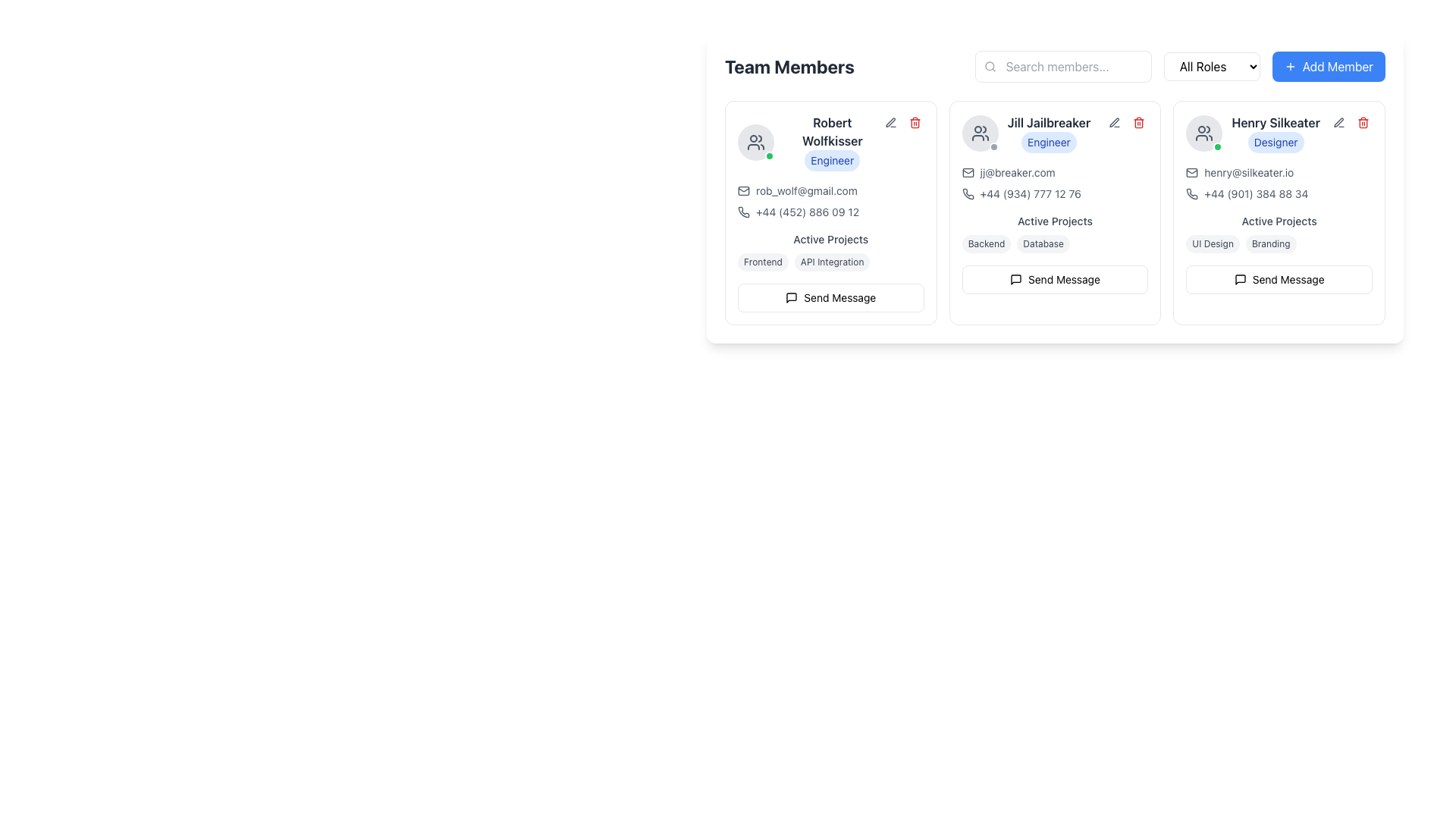 This screenshot has width=1456, height=819. I want to click on the Dropdown menu containing options like 'All Roles', 'Engineers', and 'Designers', so click(1179, 66).